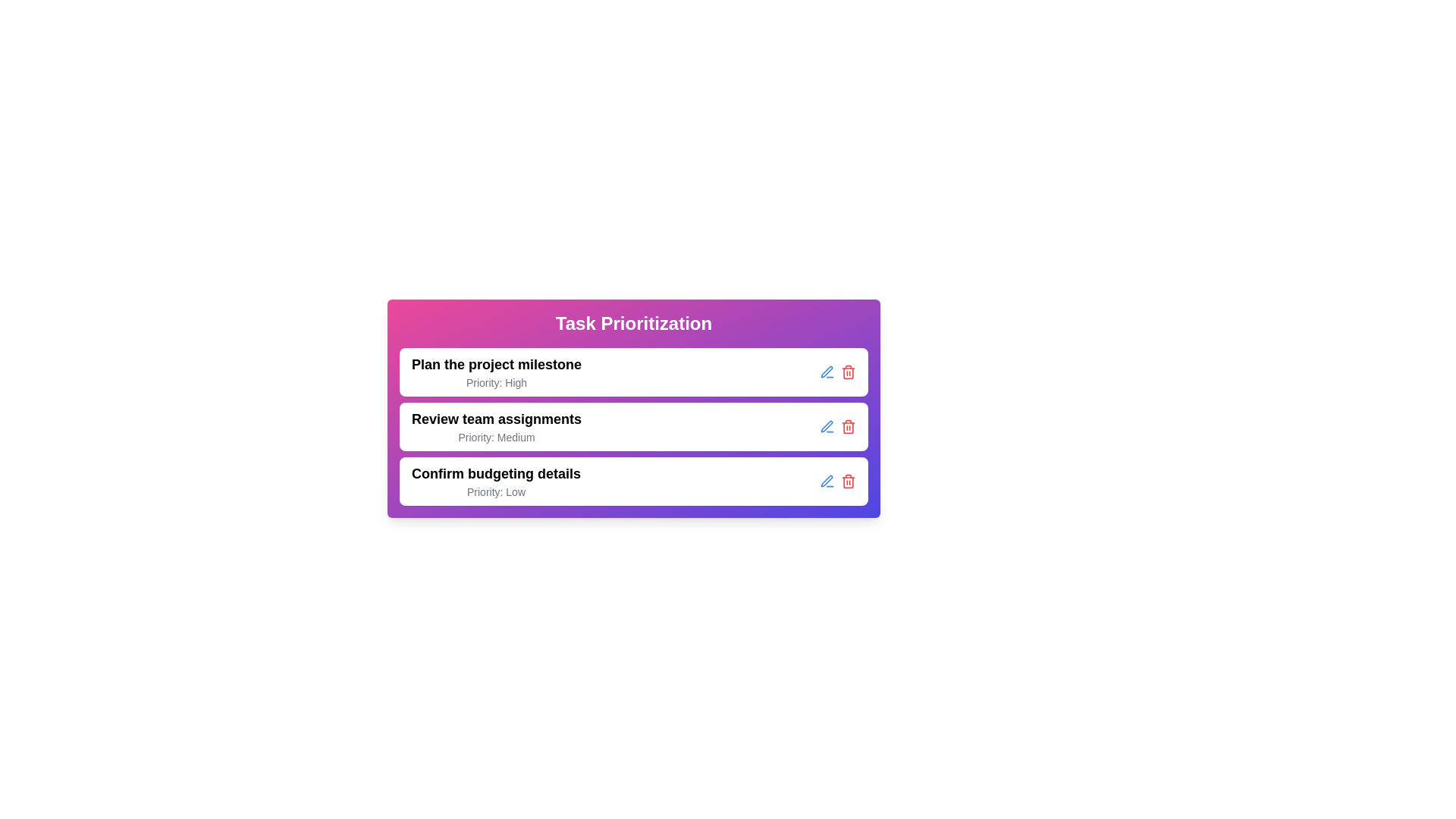 The height and width of the screenshot is (819, 1456). What do you see at coordinates (826, 427) in the screenshot?
I see `the edit button styled as an icon located in the second row of the task prioritization list, positioned to the right of the task description and before the red trash can icon` at bounding box center [826, 427].